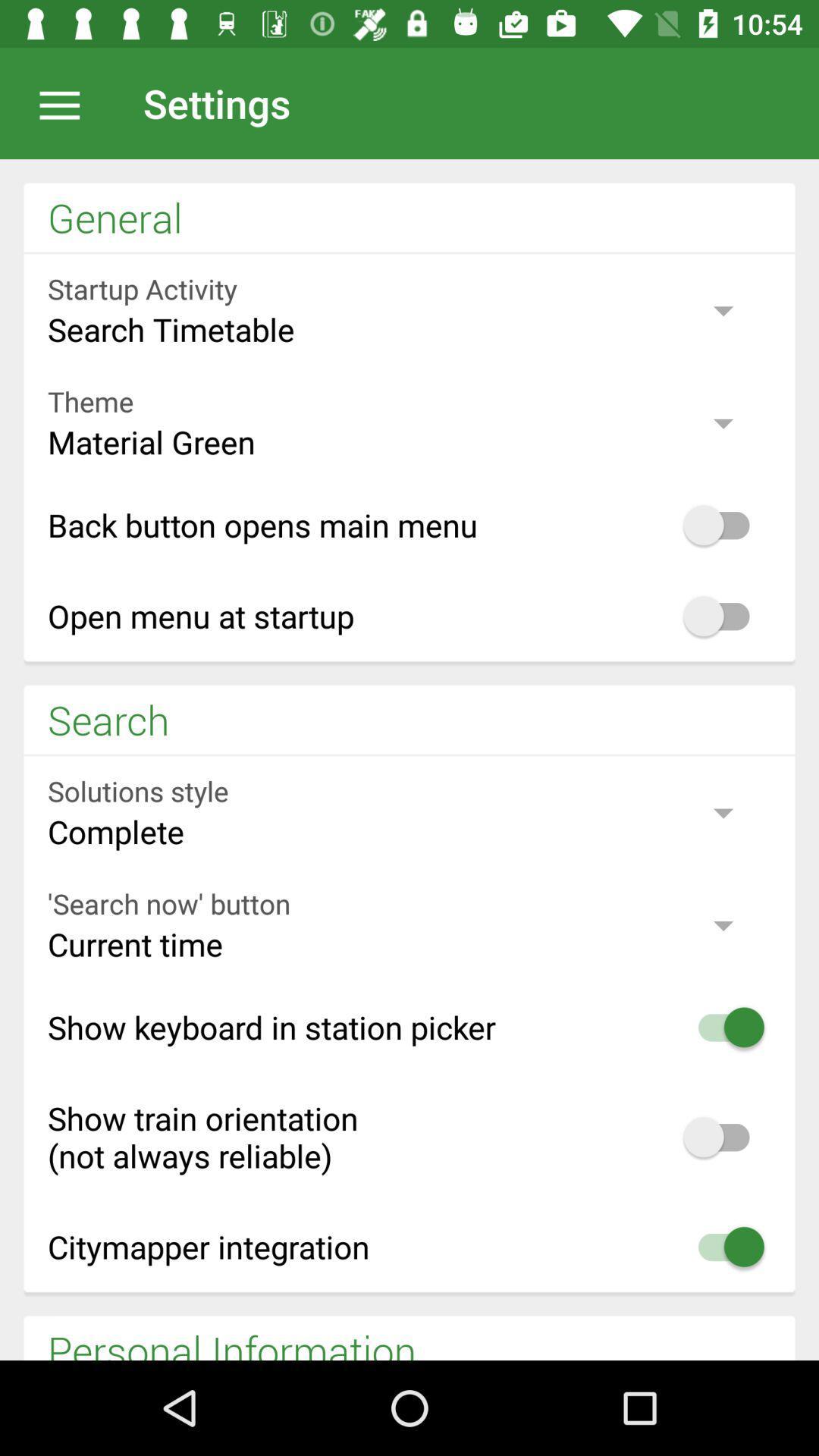 This screenshot has height=1456, width=819. Describe the element at coordinates (67, 102) in the screenshot. I see `click for flyout` at that location.